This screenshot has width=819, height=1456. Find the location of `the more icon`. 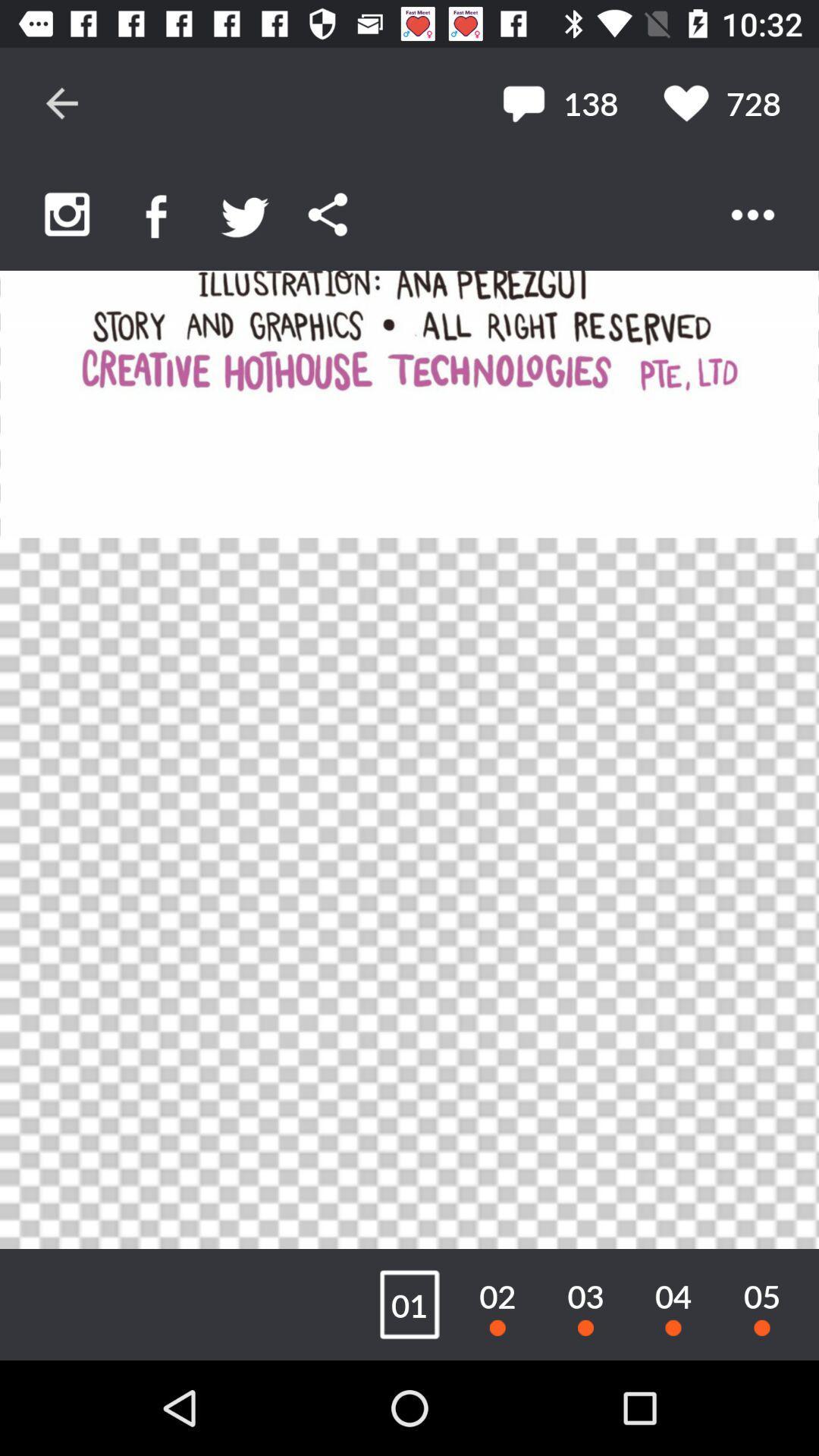

the more icon is located at coordinates (752, 214).